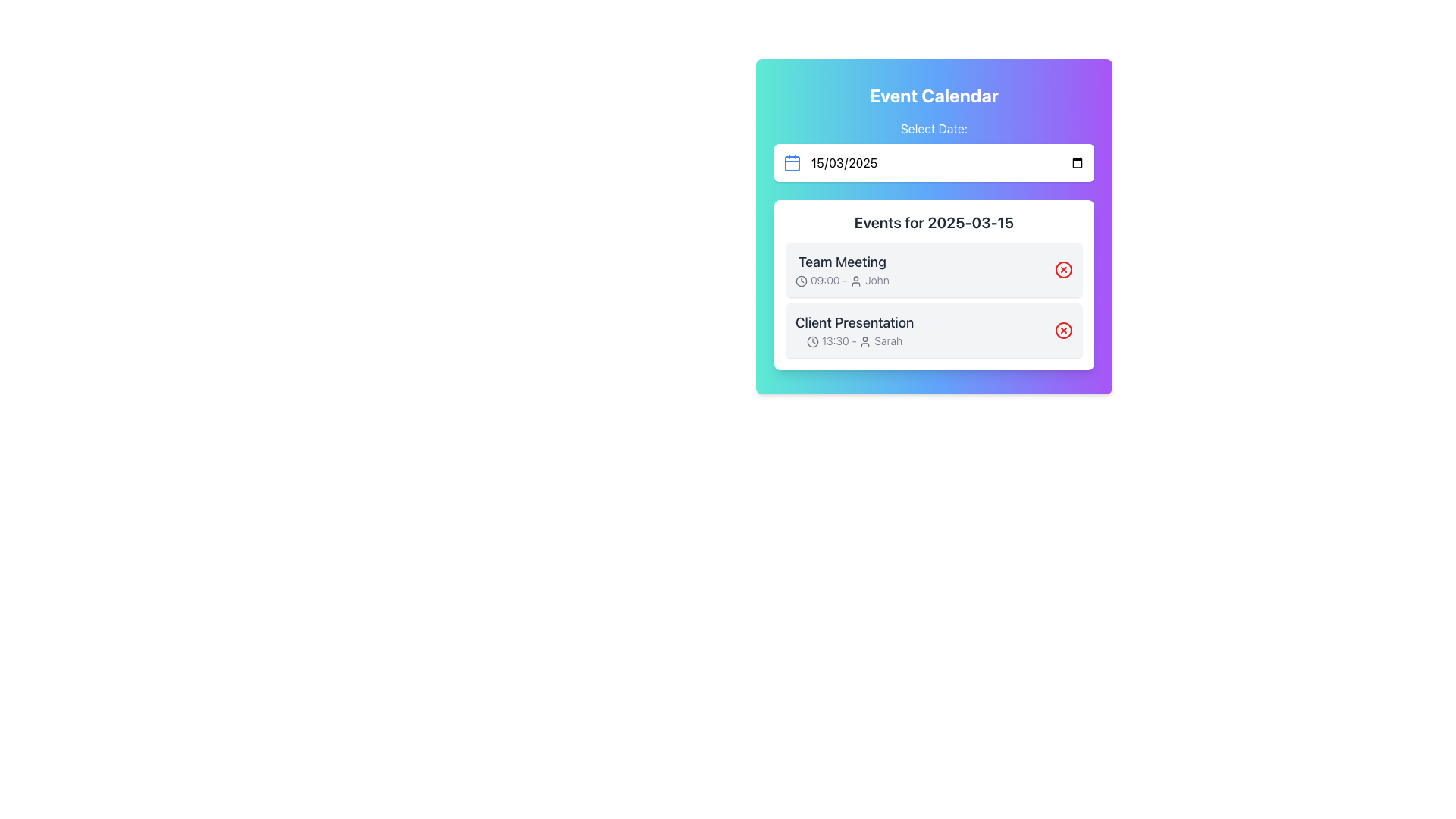  I want to click on the small clock icon located within the event card, which is positioned before the event title and user icon, so click(812, 342).